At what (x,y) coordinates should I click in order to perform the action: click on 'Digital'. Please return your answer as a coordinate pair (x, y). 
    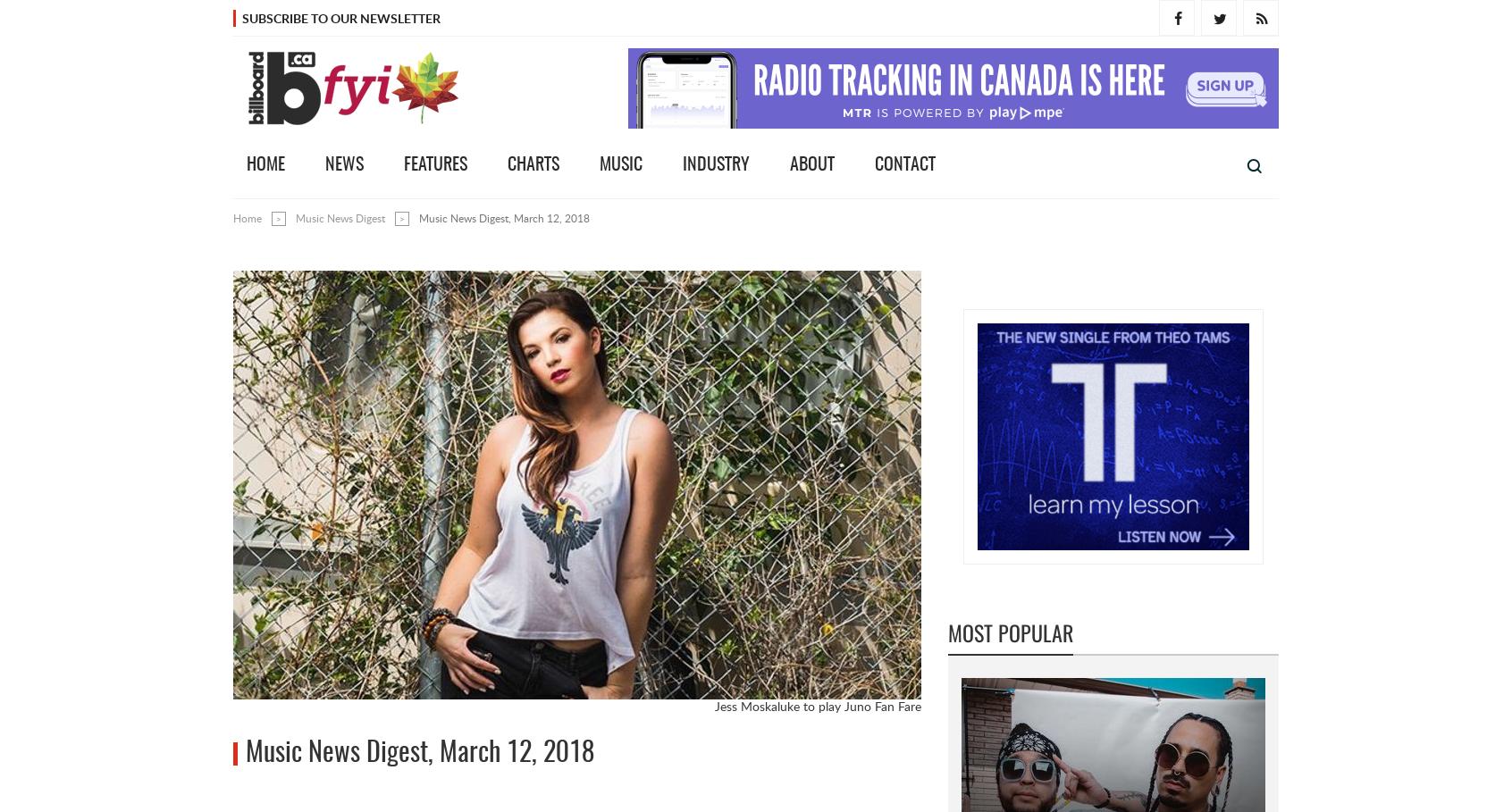
    Looking at the image, I should click on (1135, 472).